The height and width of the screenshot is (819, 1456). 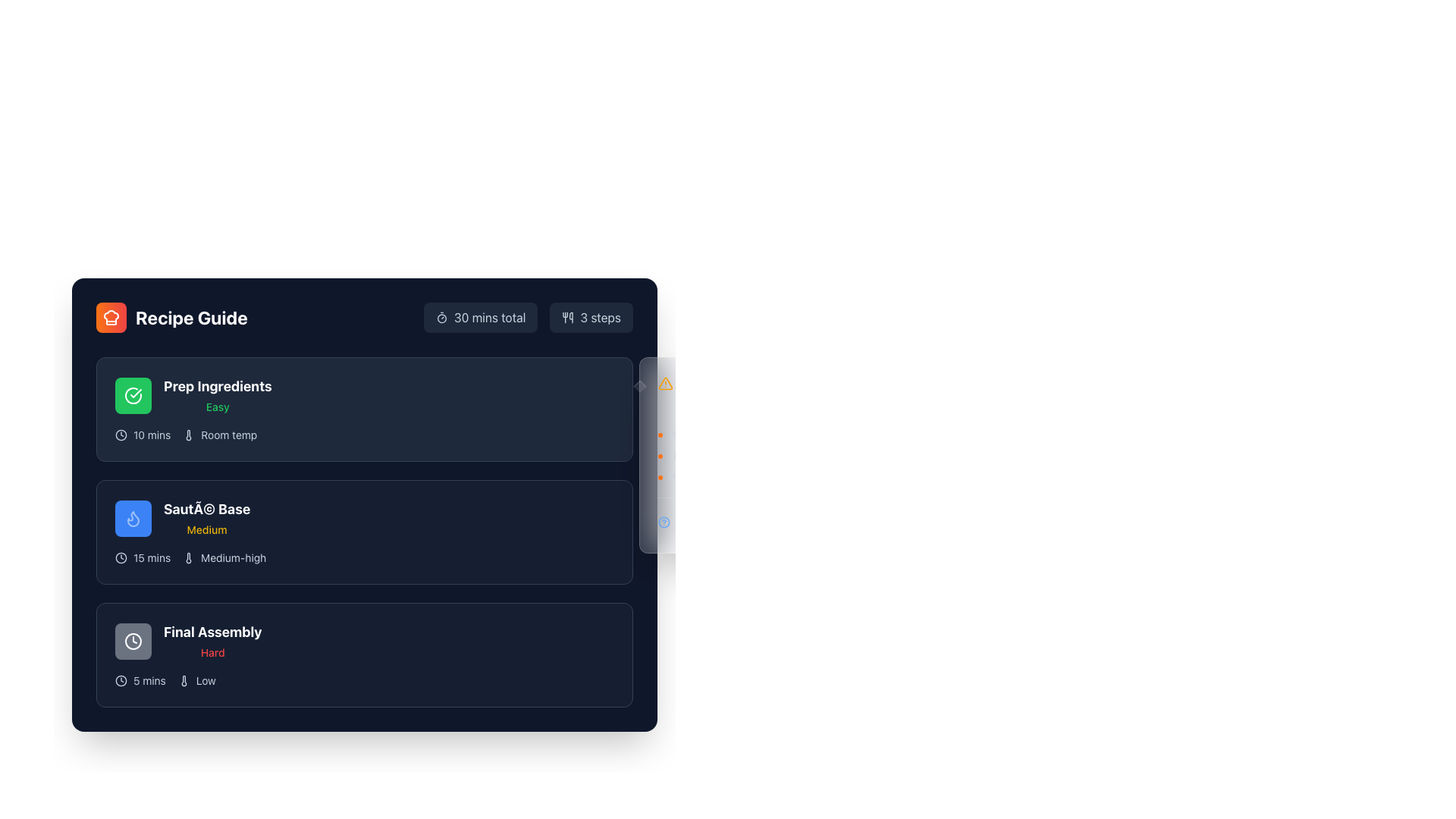 What do you see at coordinates (133, 394) in the screenshot?
I see `the green circular icon with a white checkmark in the 'Prep Ingredients' section of the recipe steps` at bounding box center [133, 394].